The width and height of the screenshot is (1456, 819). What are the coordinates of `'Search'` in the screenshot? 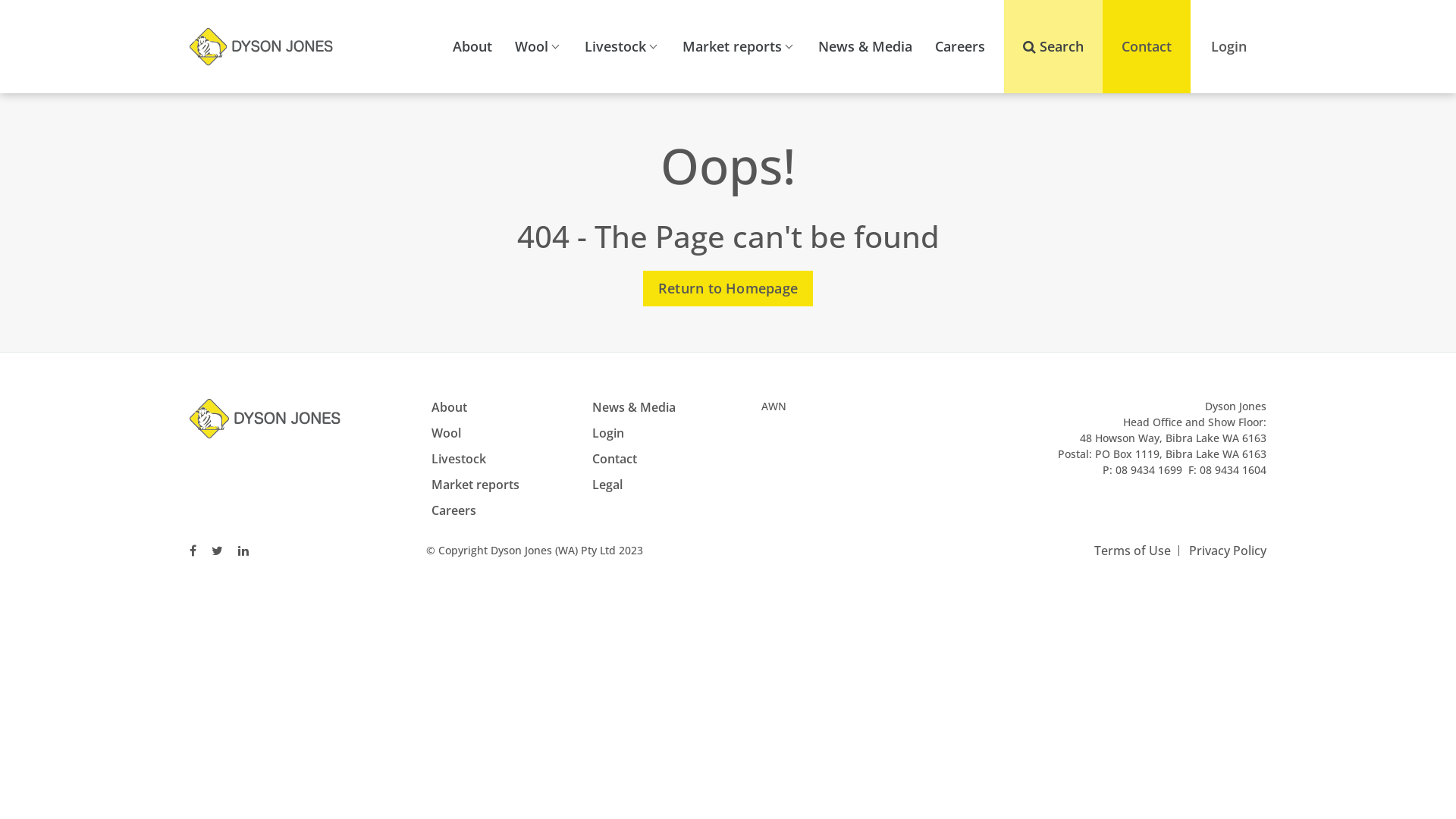 It's located at (1052, 45).